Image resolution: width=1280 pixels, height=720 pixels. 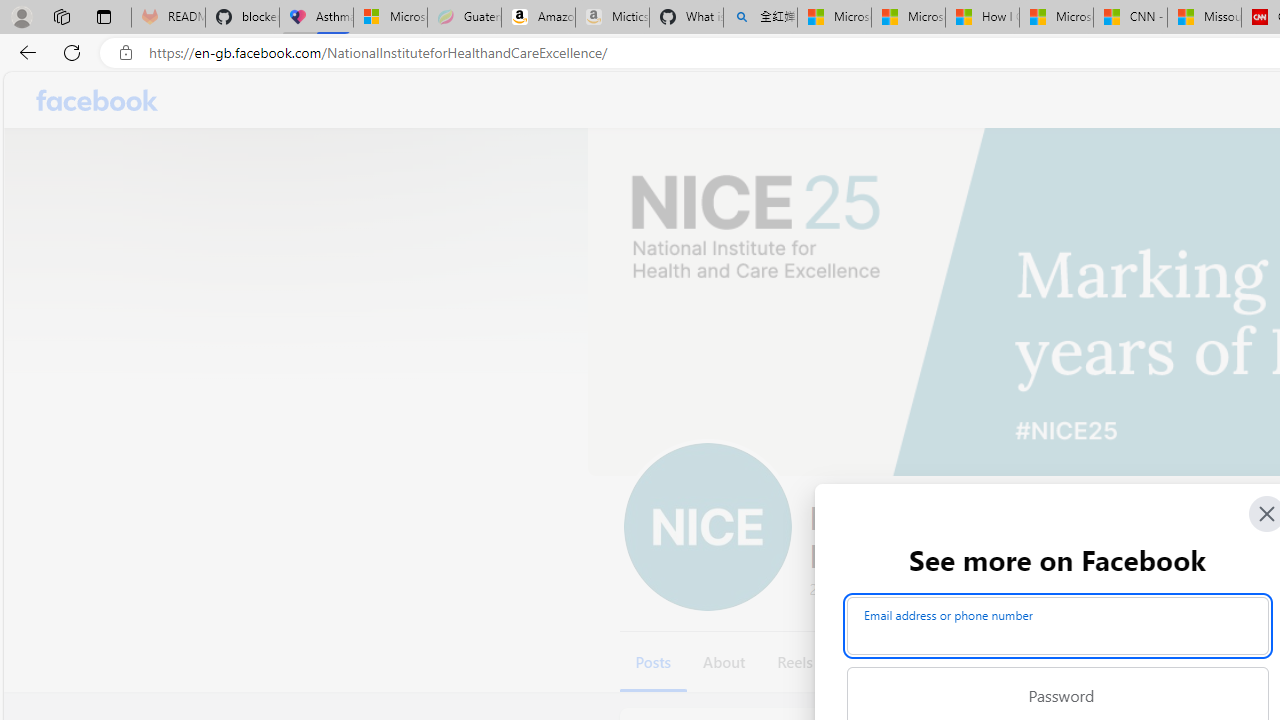 What do you see at coordinates (96, 100) in the screenshot?
I see `'Facebook'` at bounding box center [96, 100].